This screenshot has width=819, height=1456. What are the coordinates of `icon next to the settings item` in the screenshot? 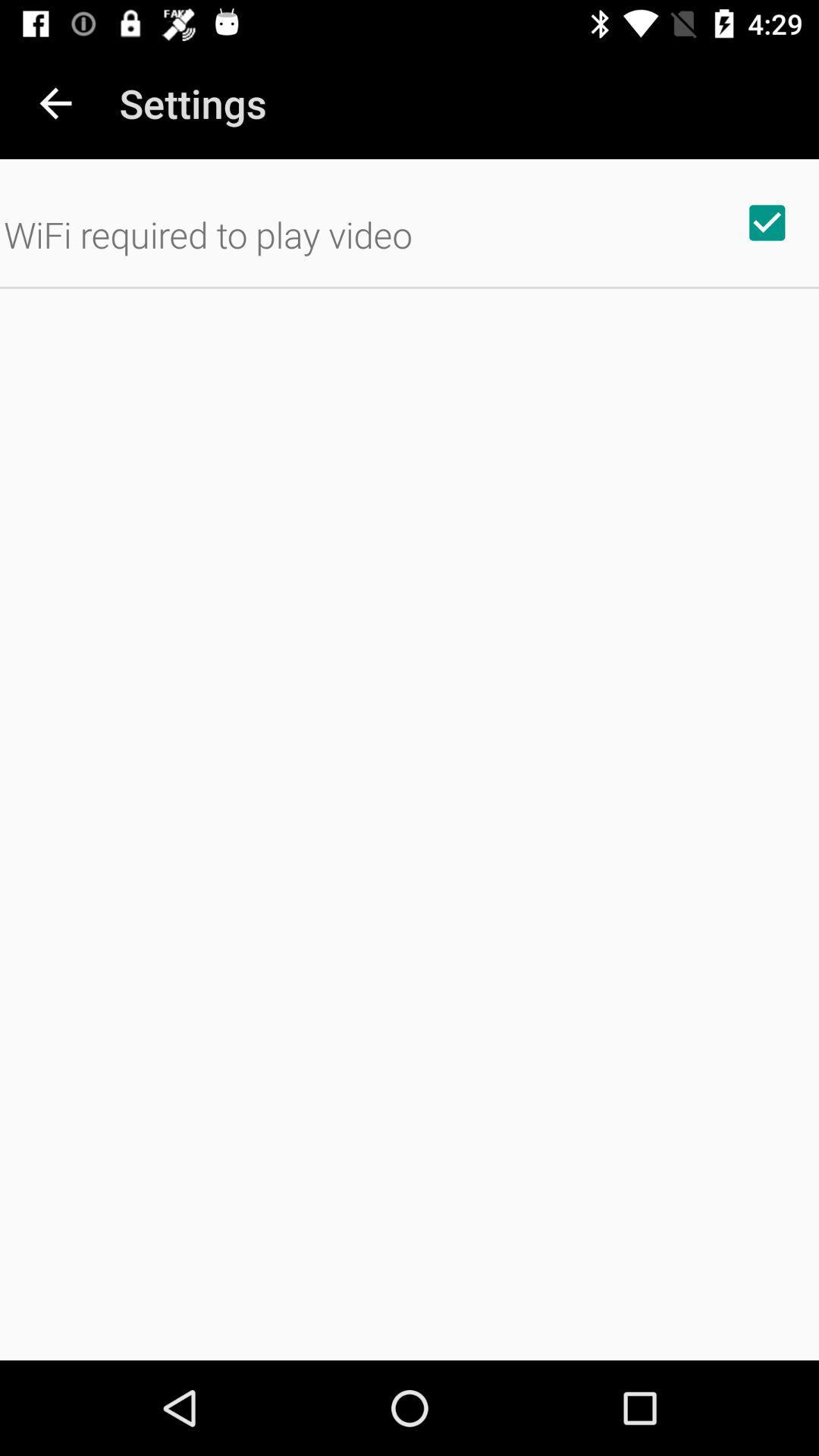 It's located at (55, 102).